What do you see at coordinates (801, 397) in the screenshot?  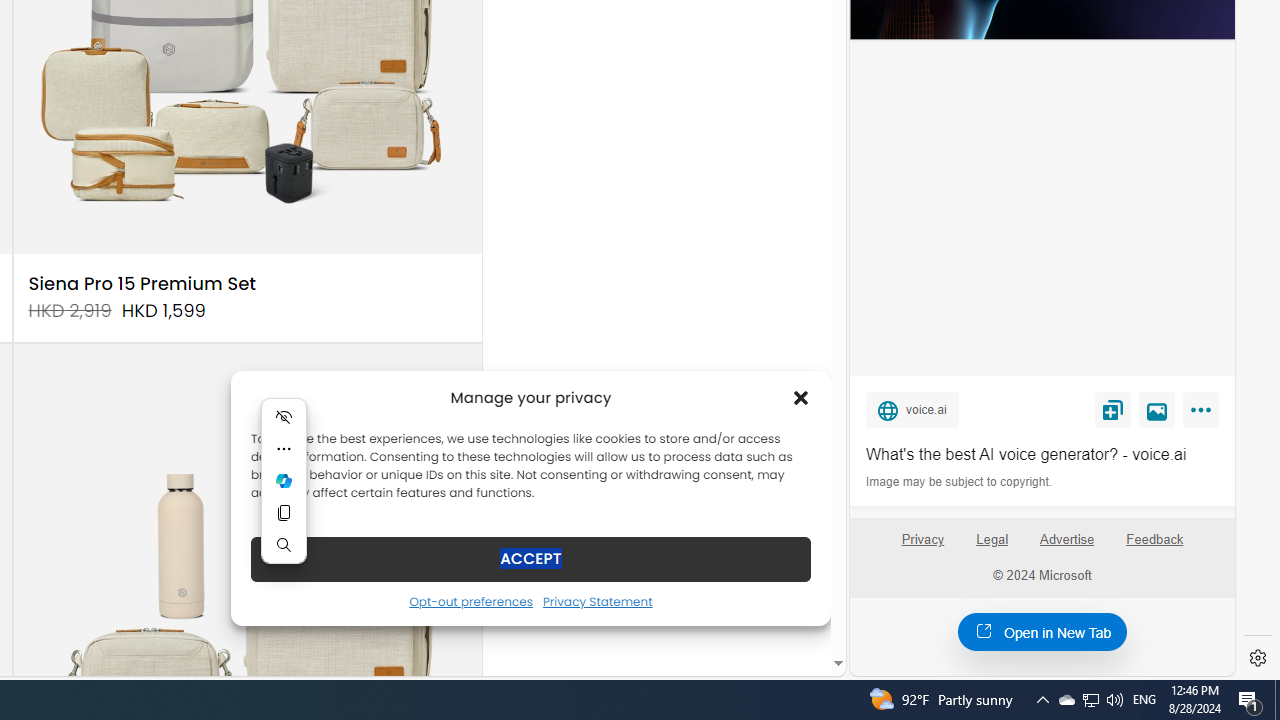 I see `'Class: cmplz-close'` at bounding box center [801, 397].